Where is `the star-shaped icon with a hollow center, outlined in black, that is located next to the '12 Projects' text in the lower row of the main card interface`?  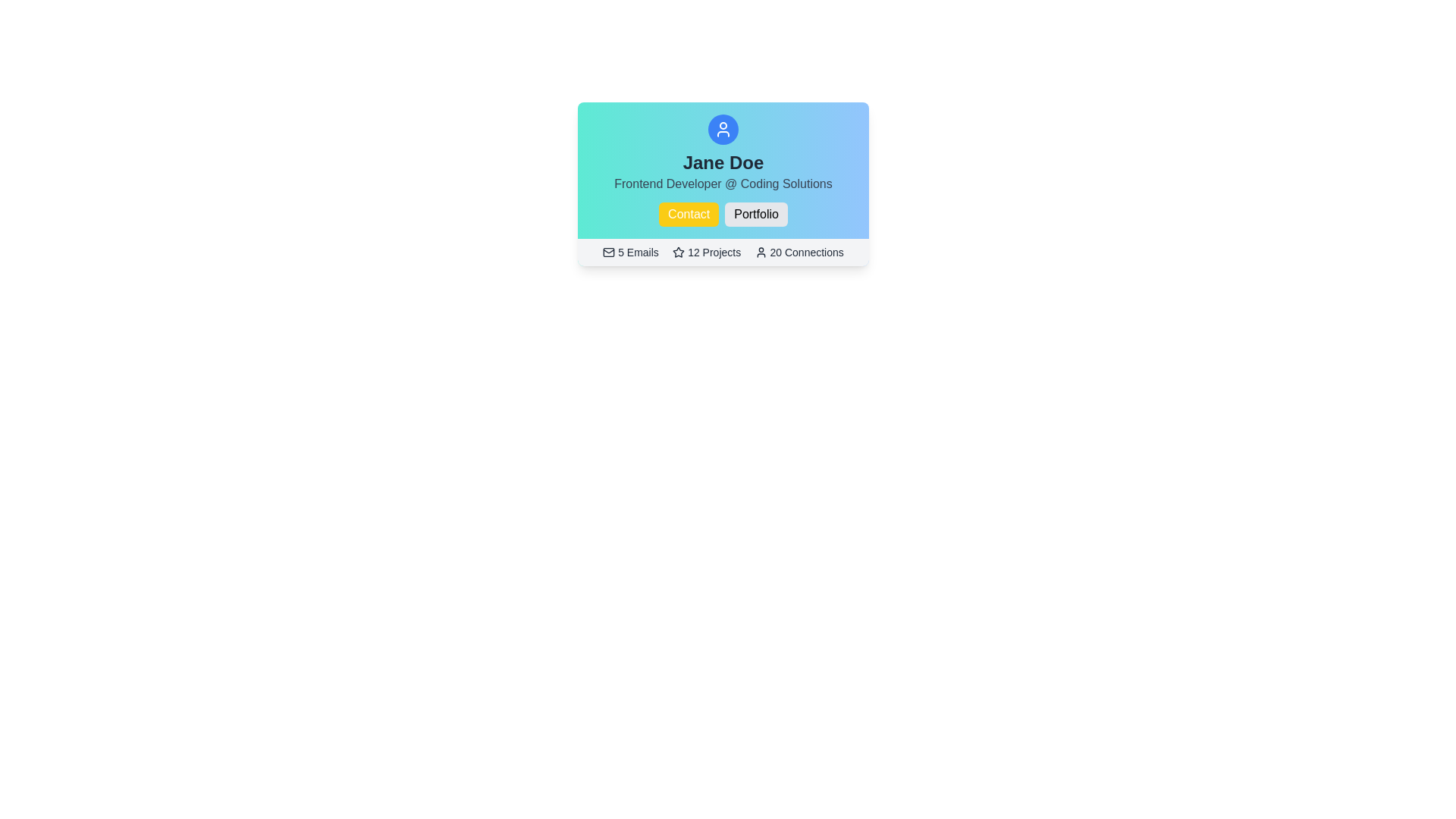 the star-shaped icon with a hollow center, outlined in black, that is located next to the '12 Projects' text in the lower row of the main card interface is located at coordinates (678, 251).